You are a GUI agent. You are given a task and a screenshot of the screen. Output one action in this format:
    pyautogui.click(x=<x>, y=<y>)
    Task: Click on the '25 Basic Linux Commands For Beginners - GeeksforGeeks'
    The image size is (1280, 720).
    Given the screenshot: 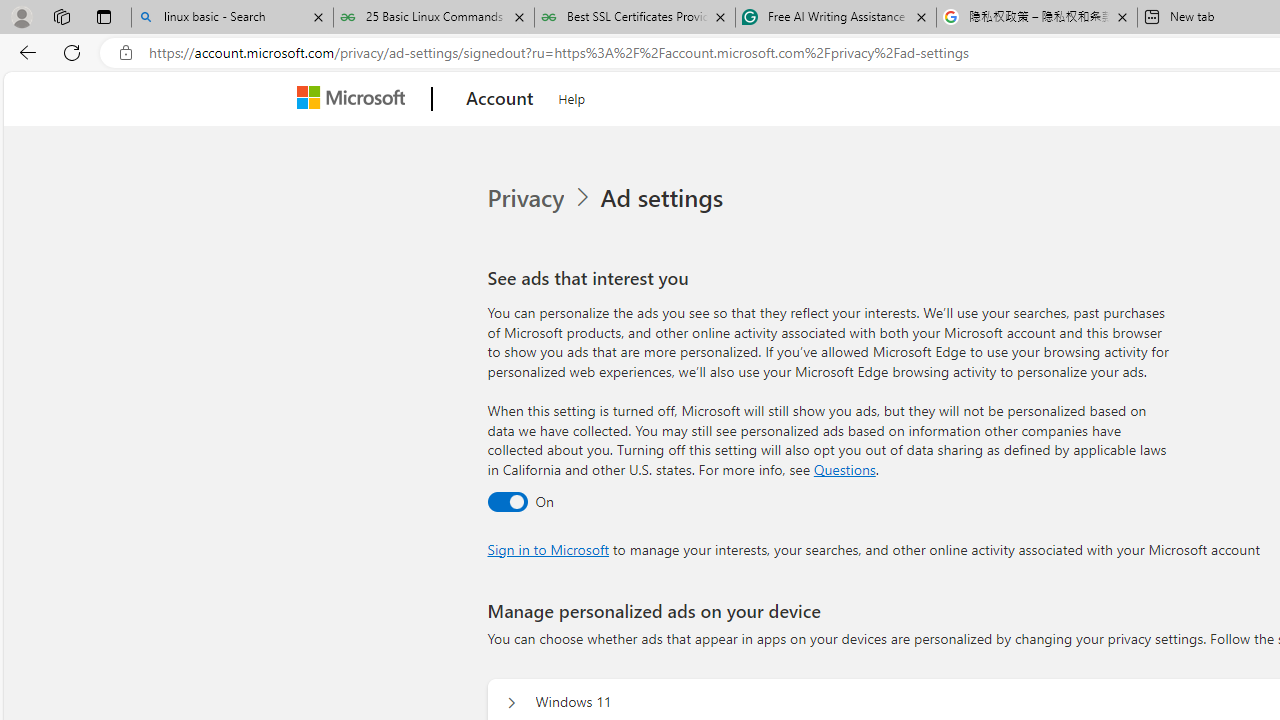 What is the action you would take?
    pyautogui.click(x=432, y=17)
    